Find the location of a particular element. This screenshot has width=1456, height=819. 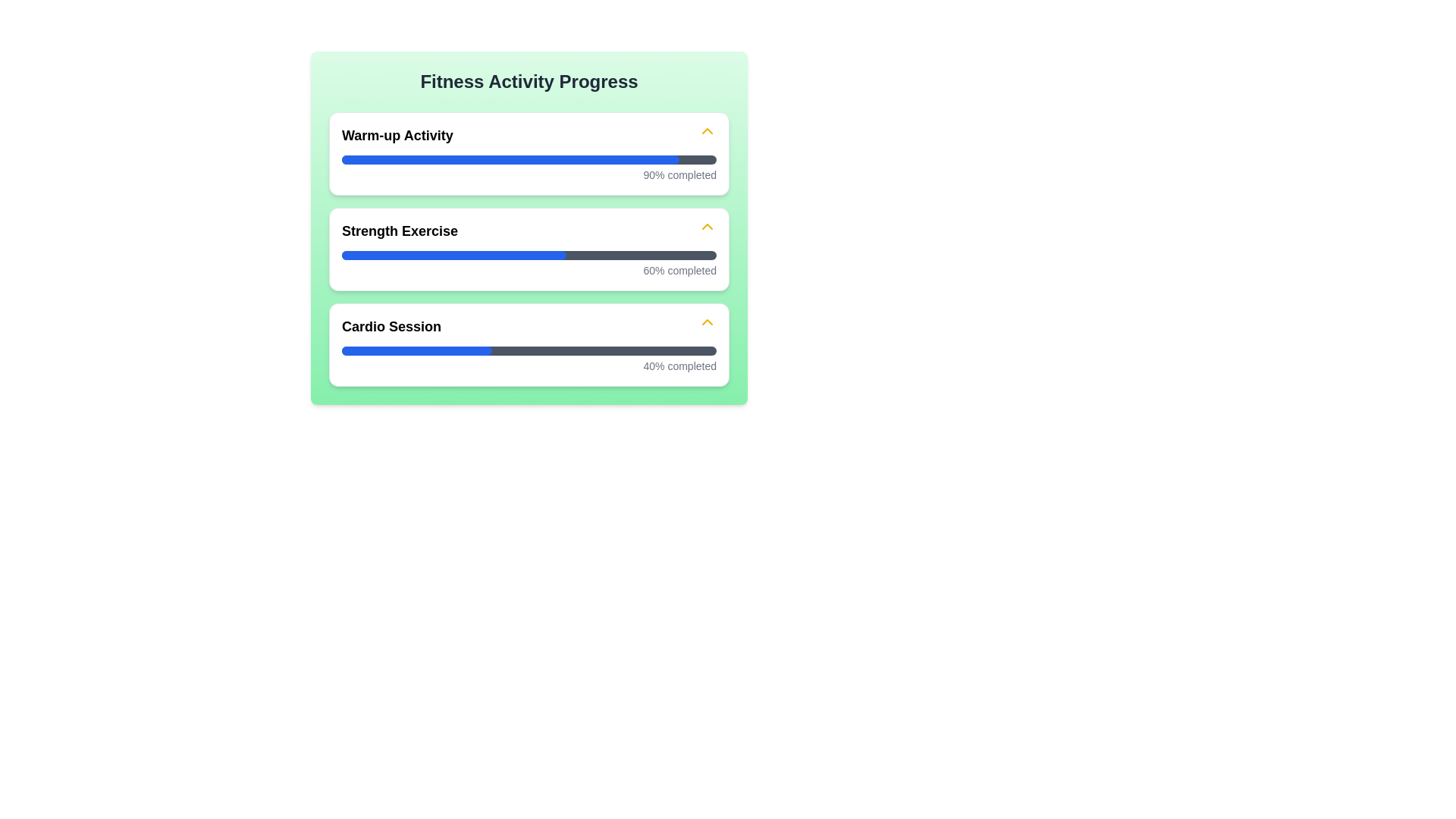

the progress bar representing the 'Cardio Session' located at the bottom of the three progress bars, which is aligned within a gray rounded background is located at coordinates (416, 350).